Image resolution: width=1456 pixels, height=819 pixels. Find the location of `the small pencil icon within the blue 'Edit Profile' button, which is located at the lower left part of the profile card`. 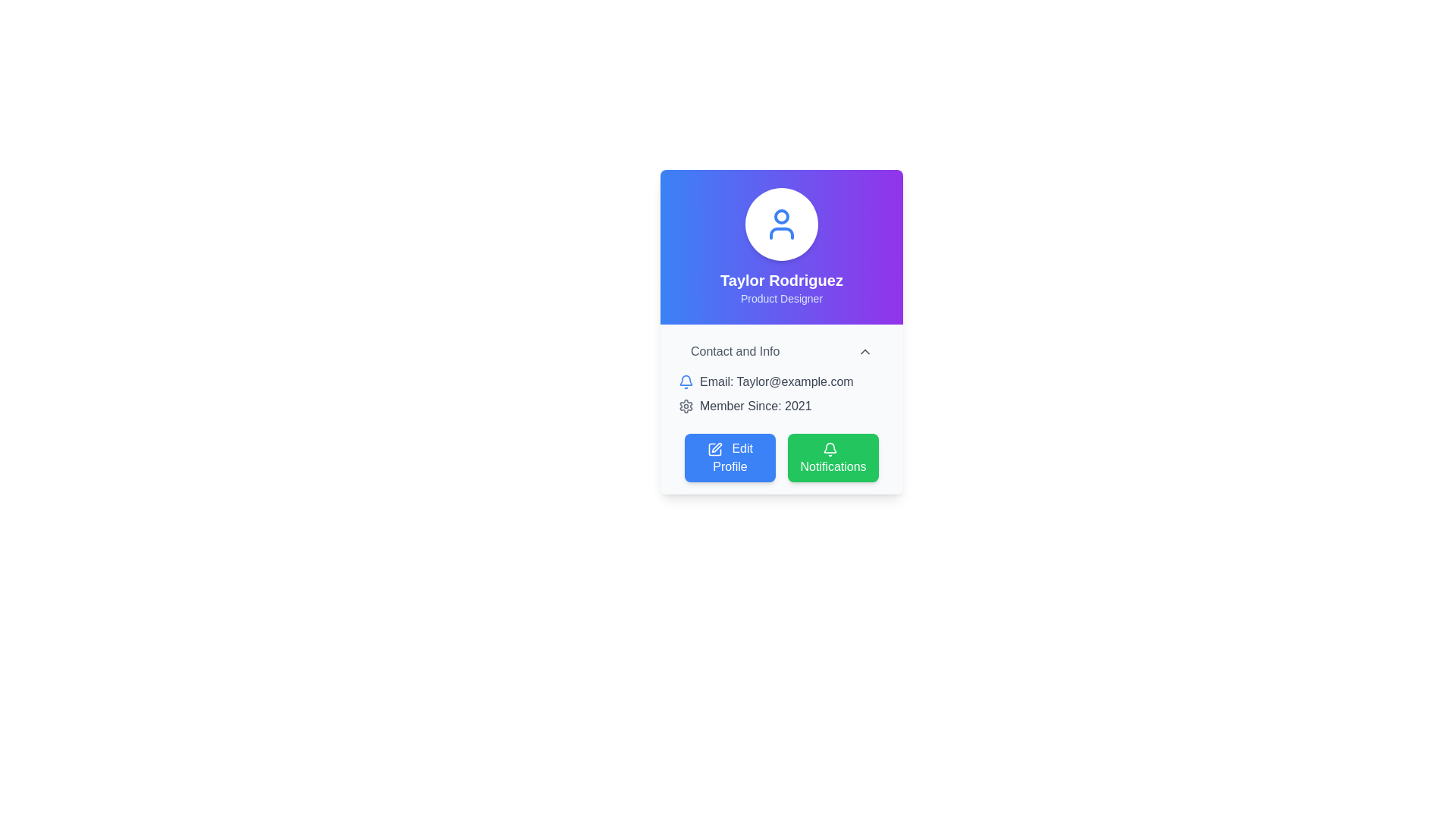

the small pencil icon within the blue 'Edit Profile' button, which is located at the lower left part of the profile card is located at coordinates (714, 448).